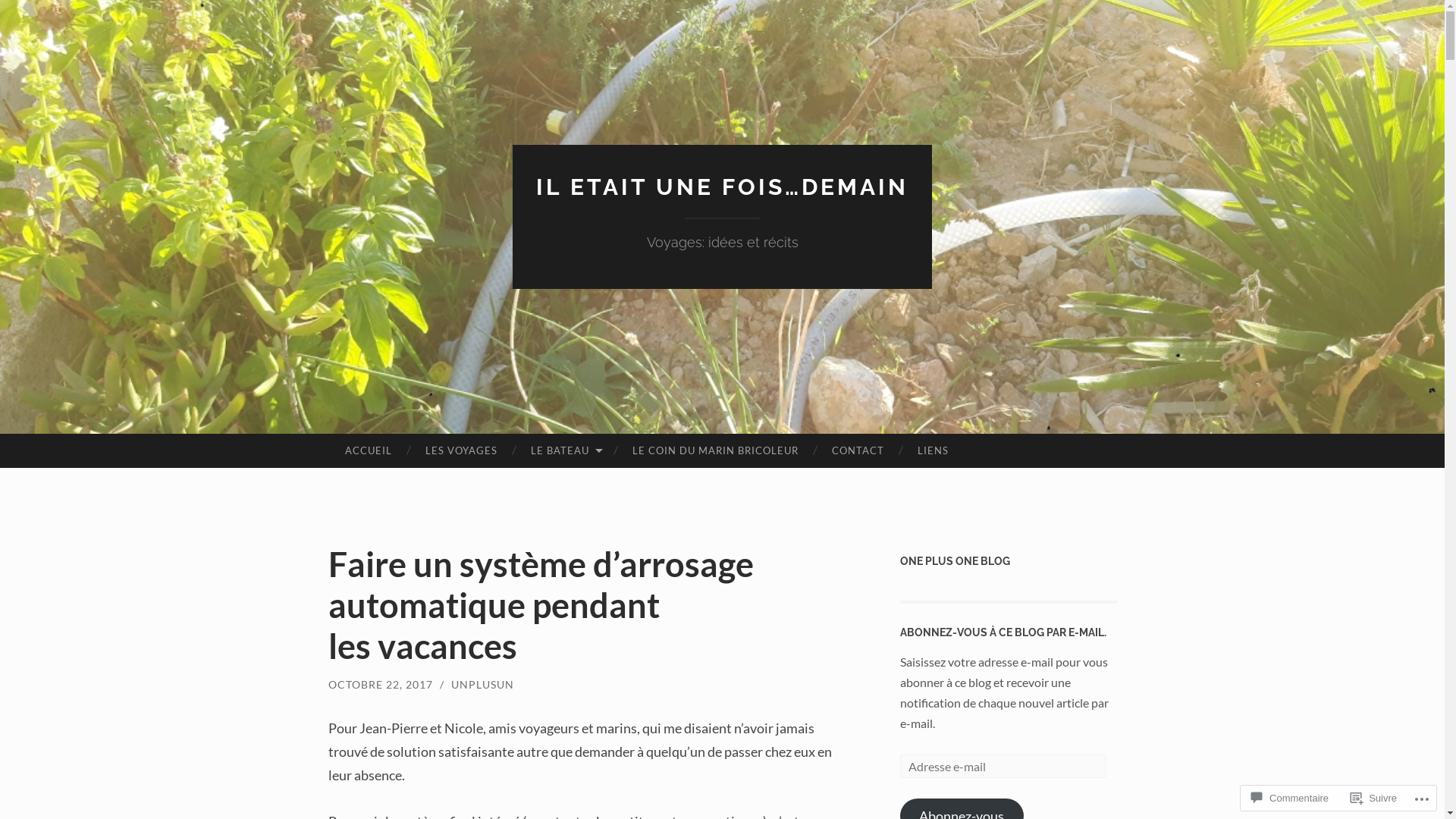 The width and height of the screenshot is (1456, 819). Describe the element at coordinates (460, 450) in the screenshot. I see `'LES VOYAGES'` at that location.